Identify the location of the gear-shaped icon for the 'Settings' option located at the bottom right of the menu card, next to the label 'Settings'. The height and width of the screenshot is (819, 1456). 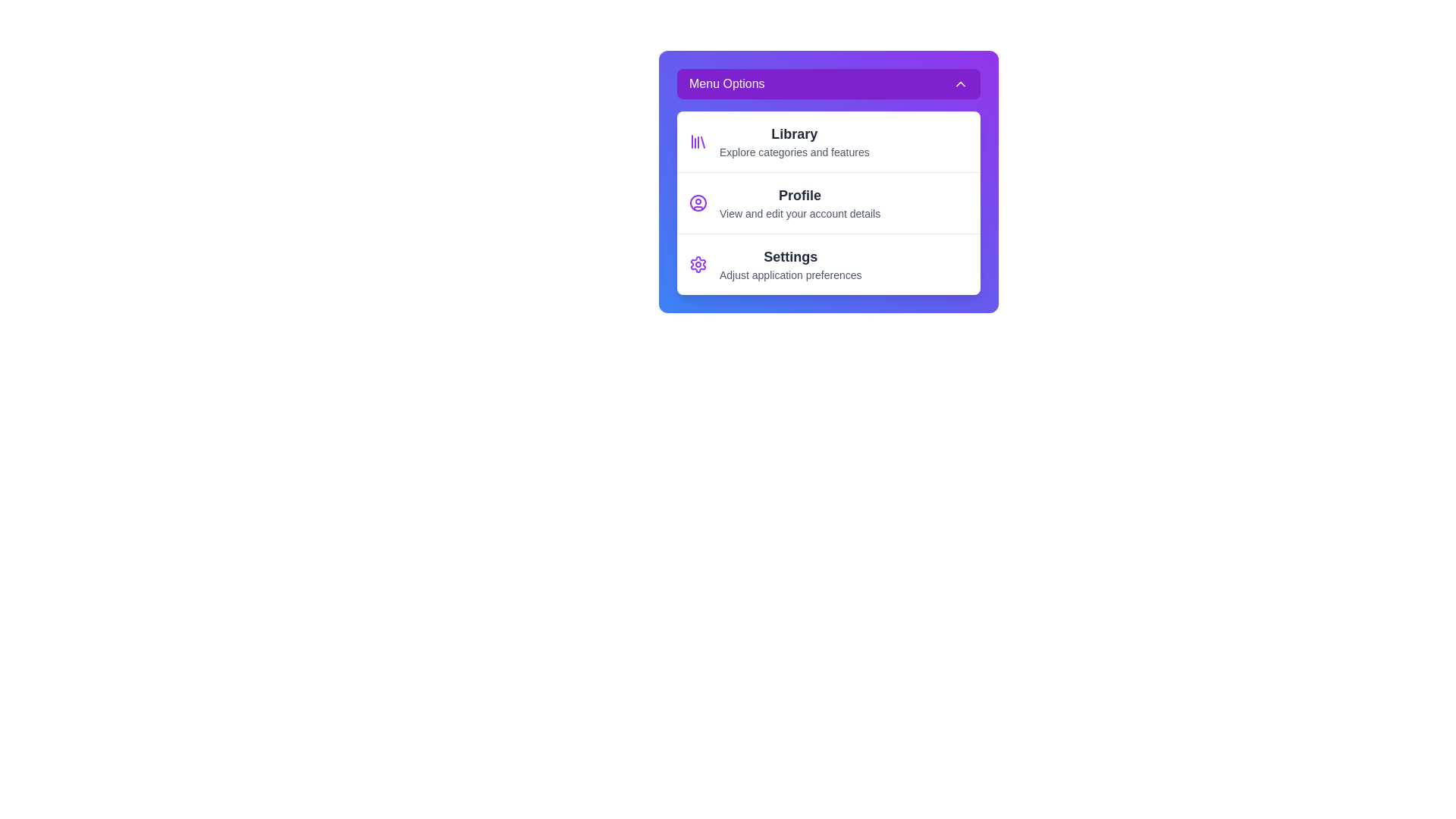
(698, 263).